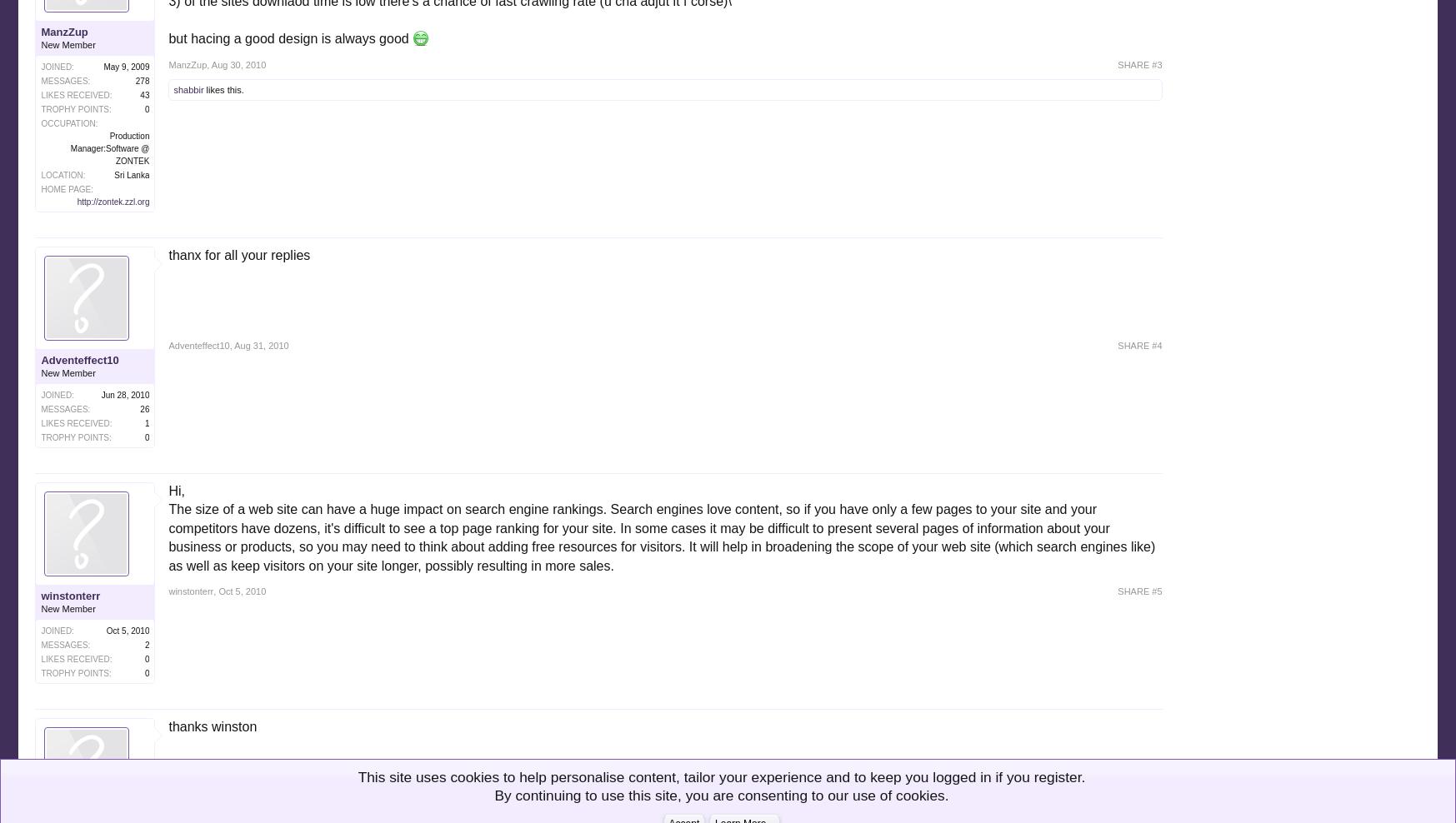  Describe the element at coordinates (289, 37) in the screenshot. I see `'but hacing a good design is always good'` at that location.